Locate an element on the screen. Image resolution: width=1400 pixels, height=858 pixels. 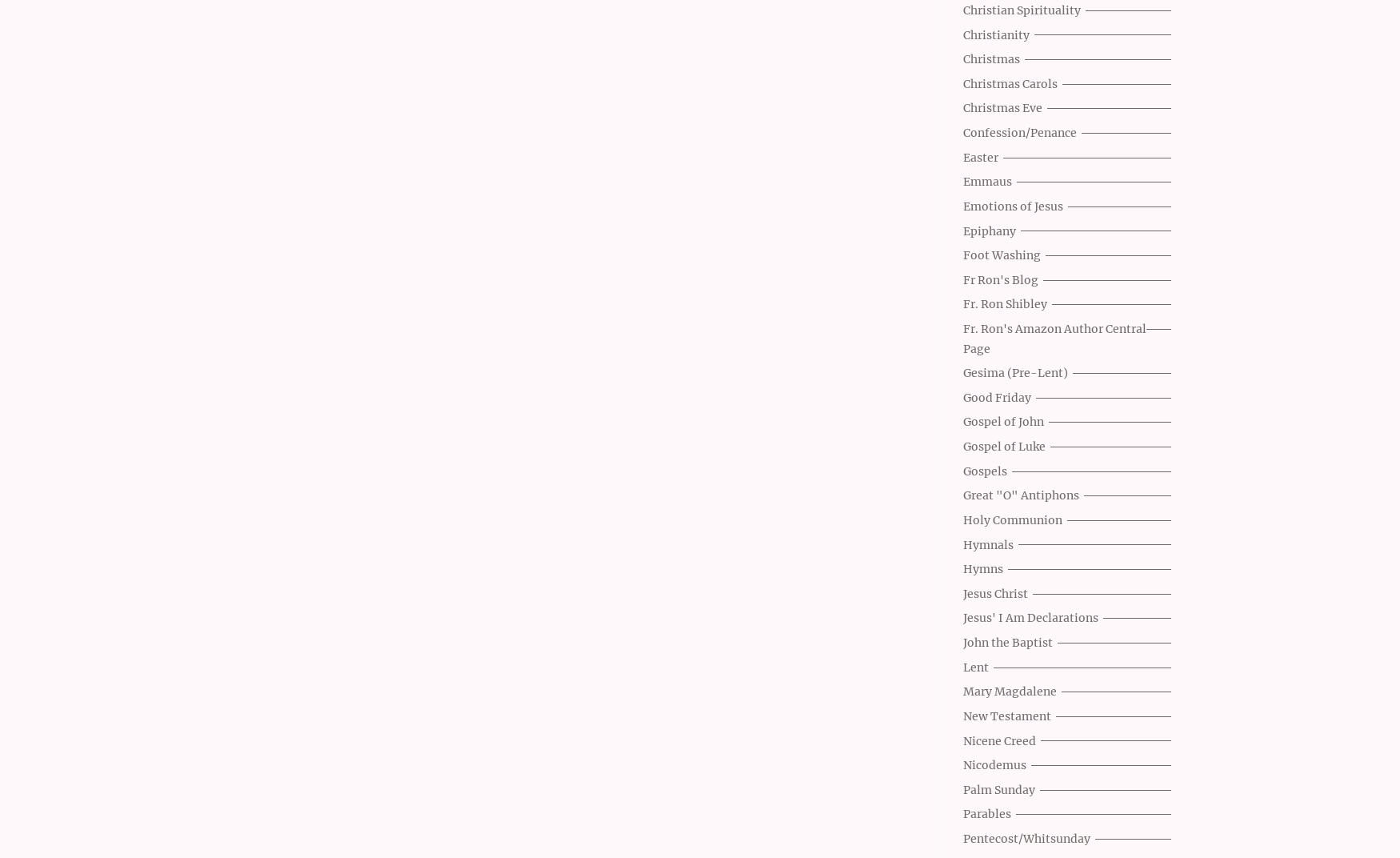
'Christianity' is located at coordinates (963, 33).